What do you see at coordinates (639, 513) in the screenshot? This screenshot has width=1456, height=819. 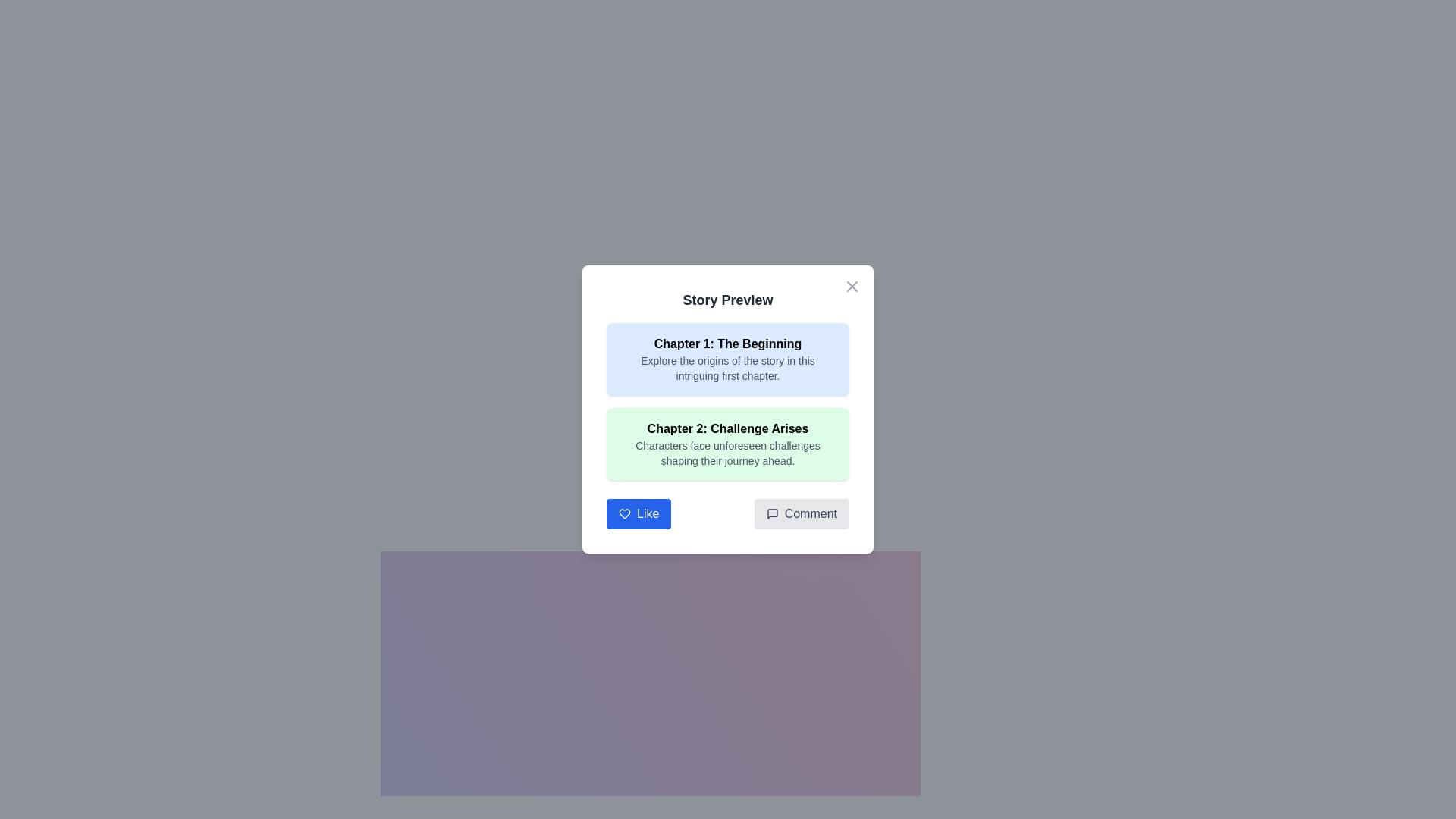 I see `the 'Like' button with a heart icon located in the footer section of the 'Story Preview' dialog` at bounding box center [639, 513].